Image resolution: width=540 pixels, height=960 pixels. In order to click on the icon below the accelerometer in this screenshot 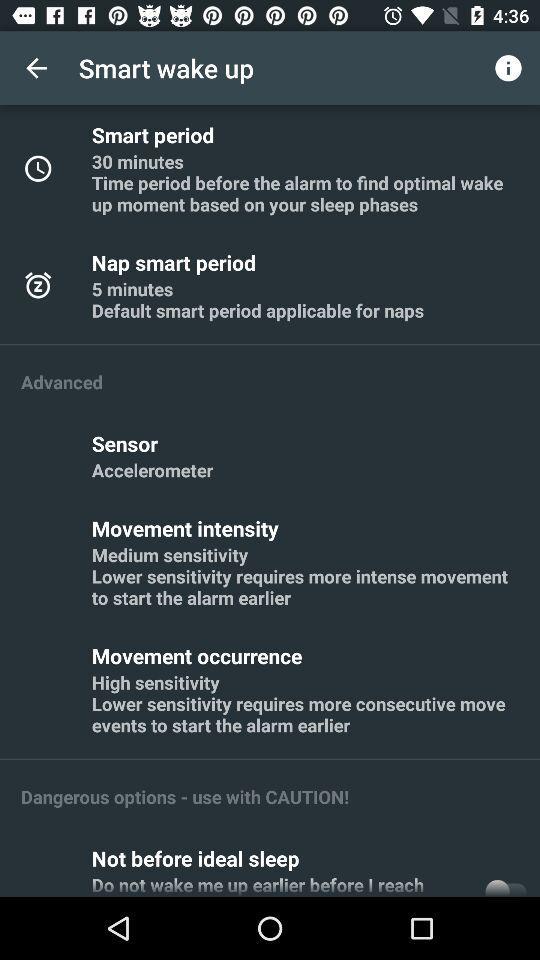, I will do `click(188, 527)`.